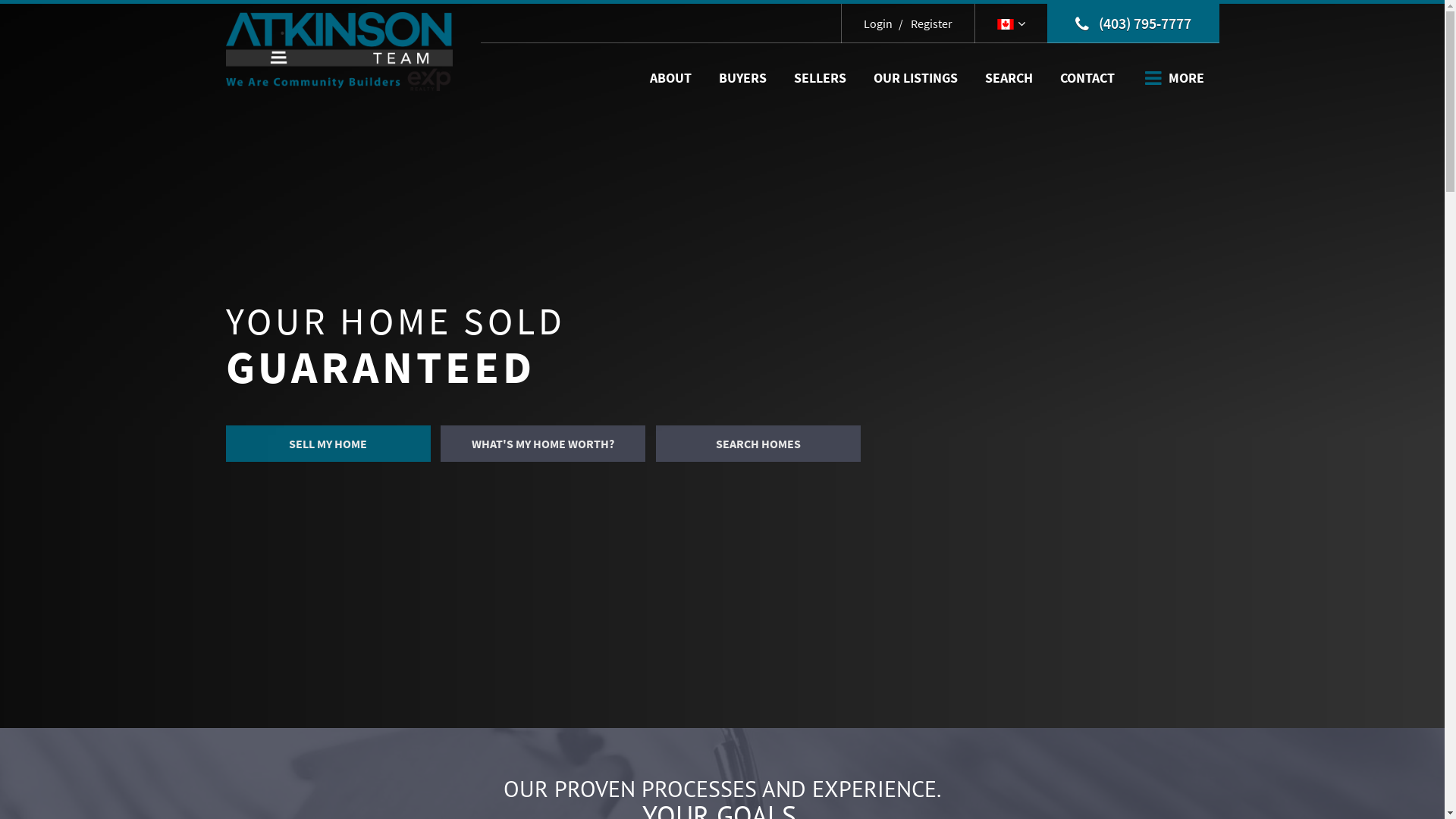 The width and height of the screenshot is (1456, 819). I want to click on 'SEARCH HOMES', so click(758, 444).